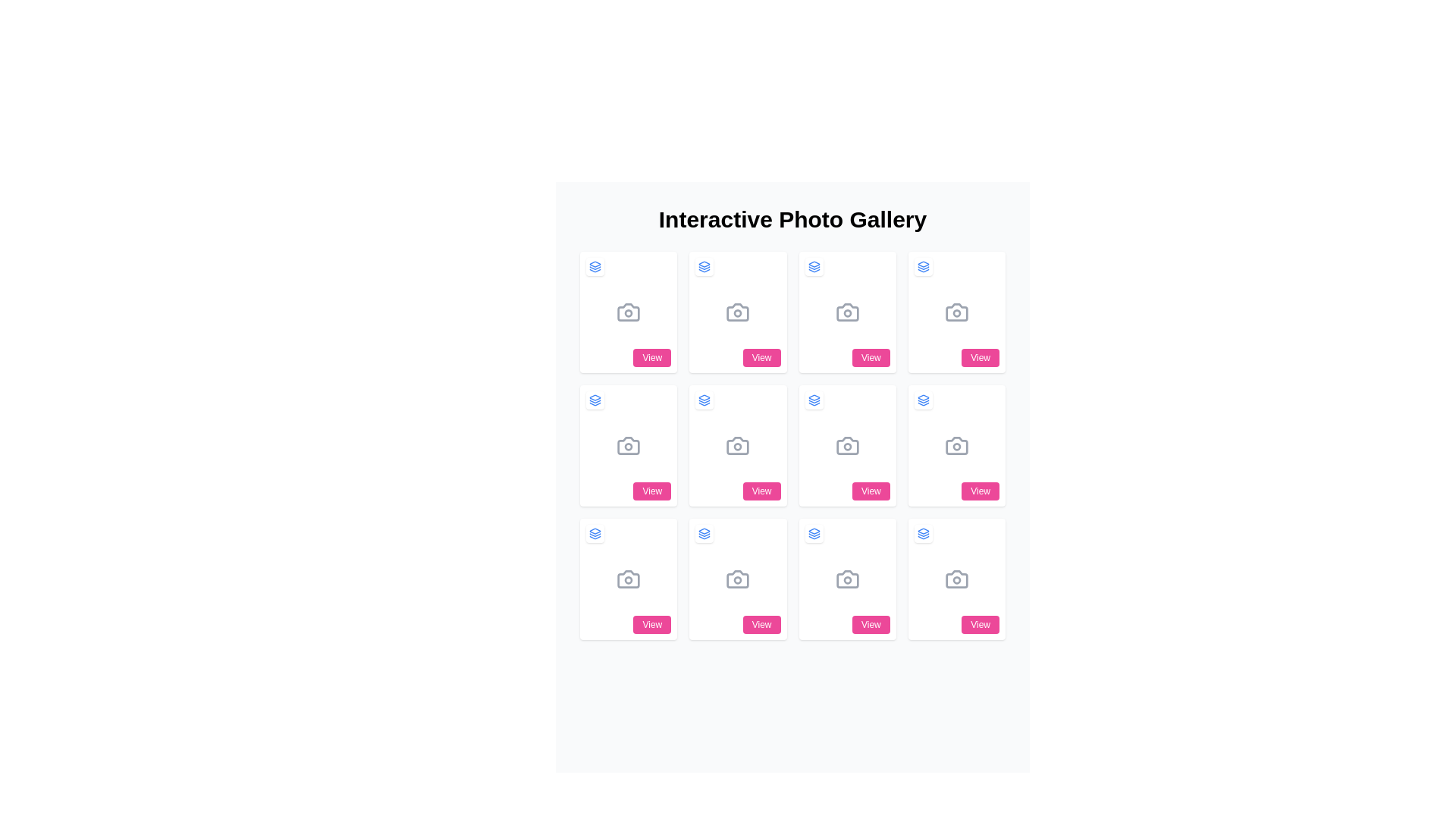 The height and width of the screenshot is (819, 1456). What do you see at coordinates (629, 579) in the screenshot?
I see `the camera icon, which is styled as an outline with a rounded lens and a flash indicator, located in the fourth row and first column of the photo gallery grid` at bounding box center [629, 579].